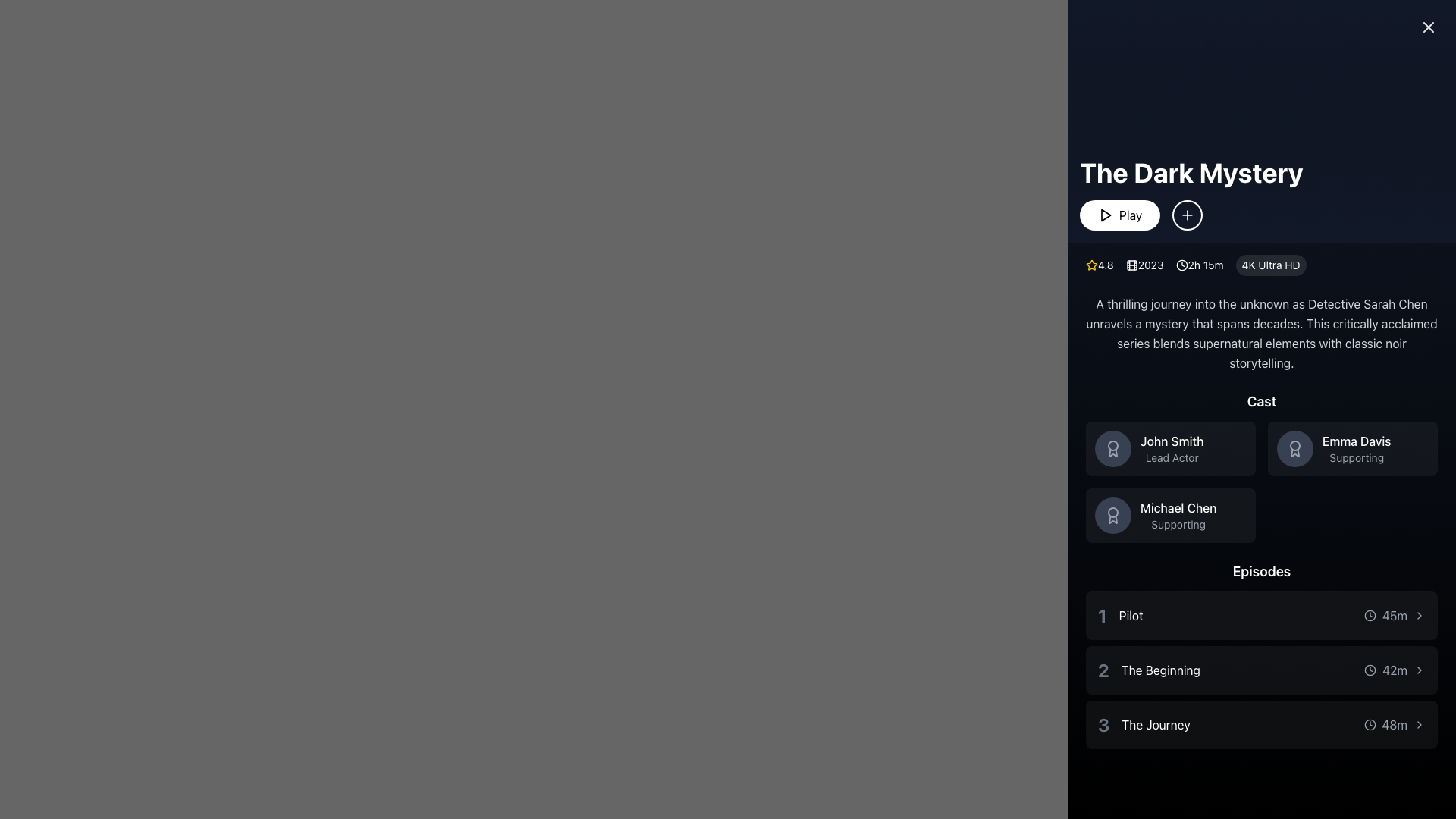 The height and width of the screenshot is (819, 1456). Describe the element at coordinates (1170, 514) in the screenshot. I see `the Information Tile containing 'Michael Chen' to show options` at that location.